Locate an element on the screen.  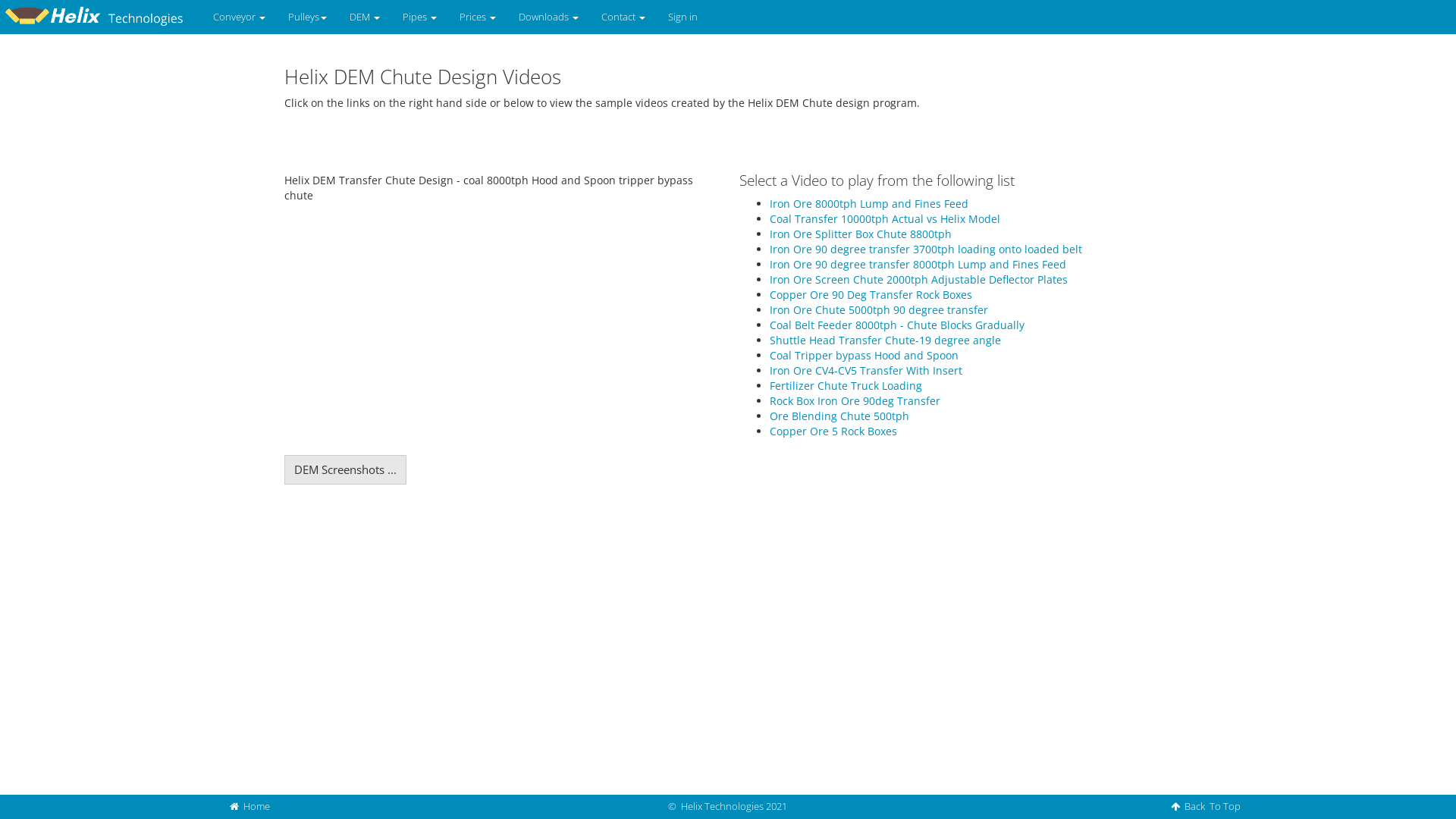
'Conveyor ' is located at coordinates (238, 17).